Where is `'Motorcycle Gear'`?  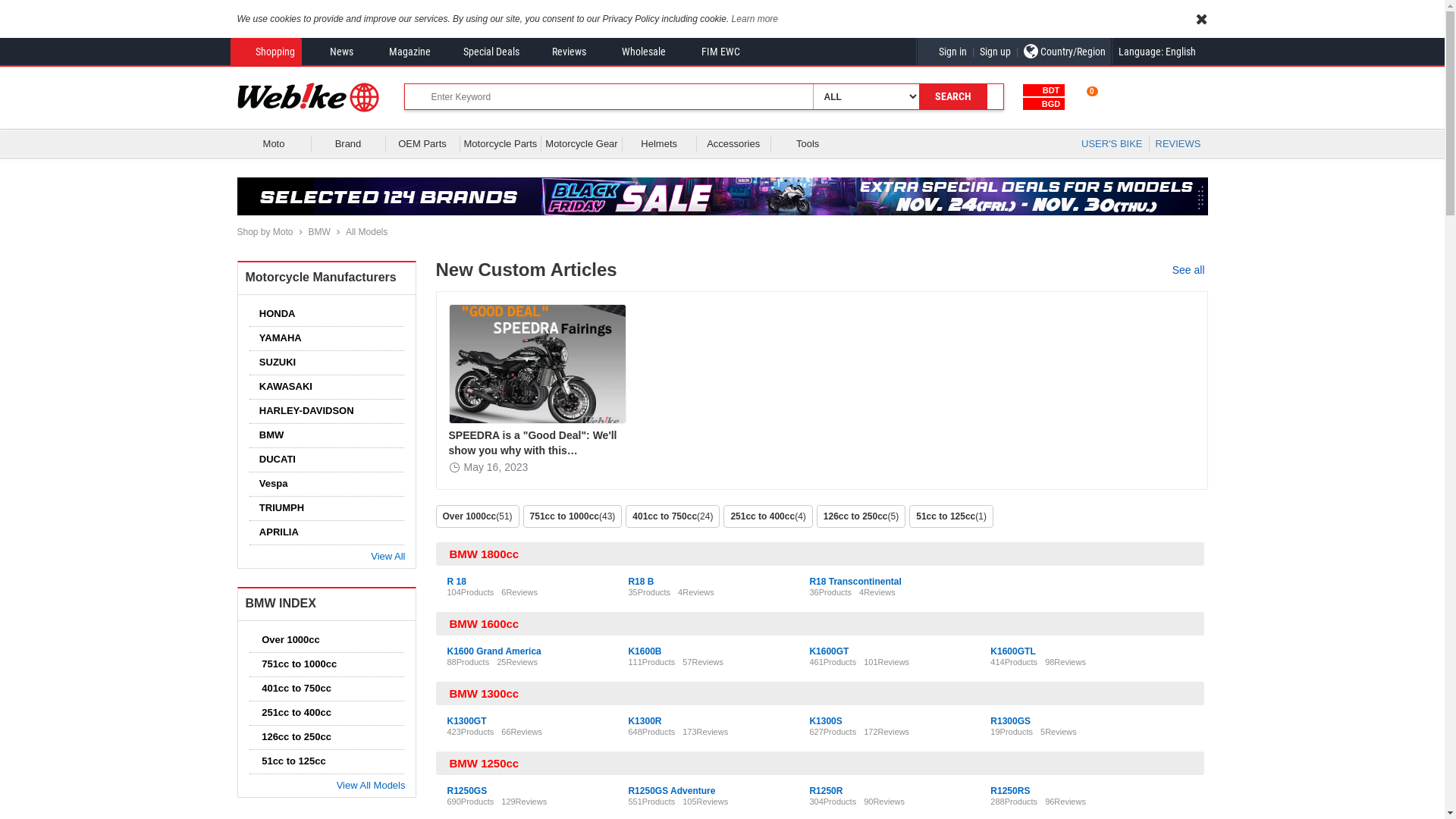 'Motorcycle Gear' is located at coordinates (580, 143).